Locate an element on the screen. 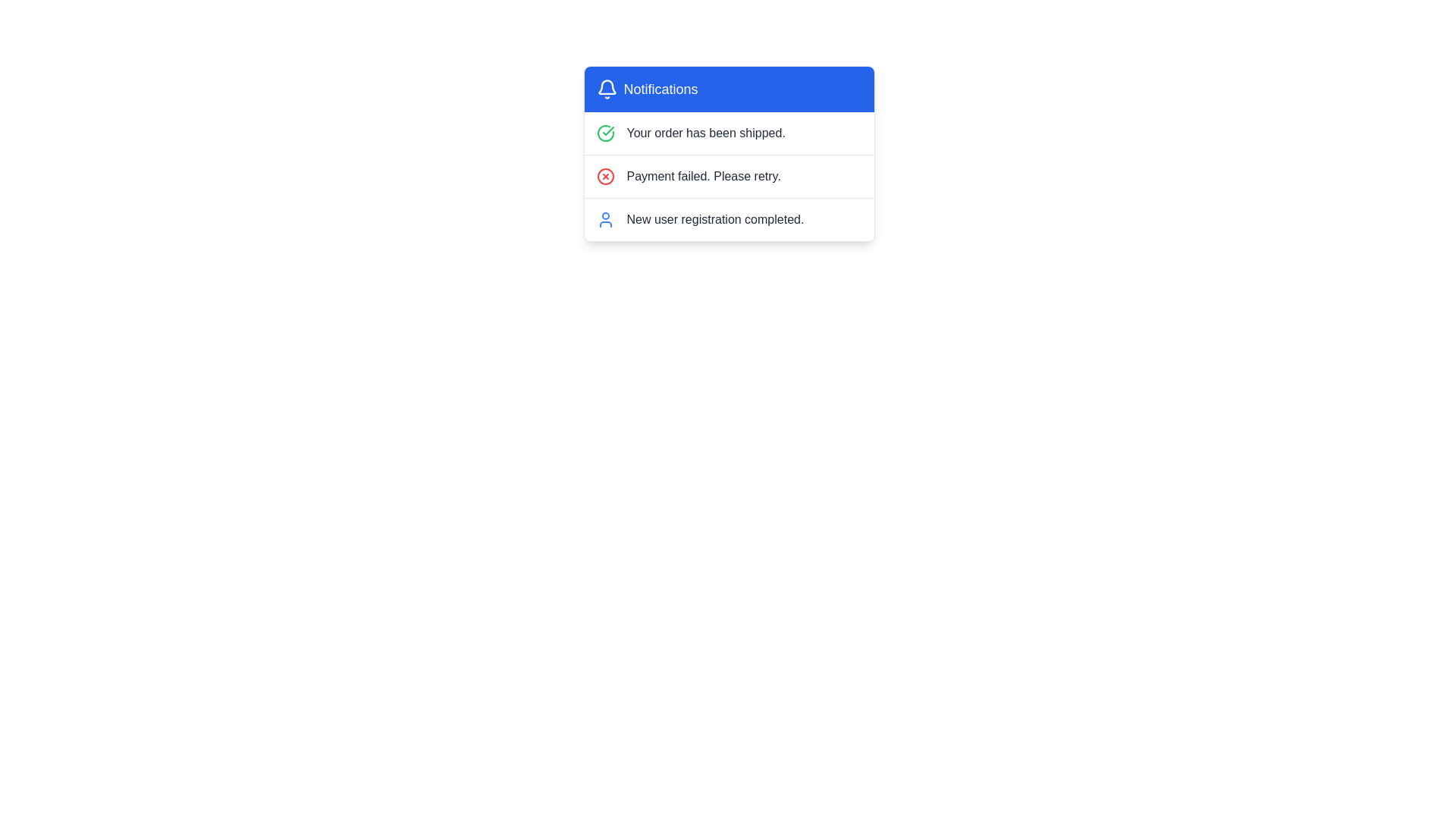 The height and width of the screenshot is (819, 1456). the static text label that reads 'Notifications', which is styled with a large bold font on a blue background, located in the notifications panel header is located at coordinates (661, 89).